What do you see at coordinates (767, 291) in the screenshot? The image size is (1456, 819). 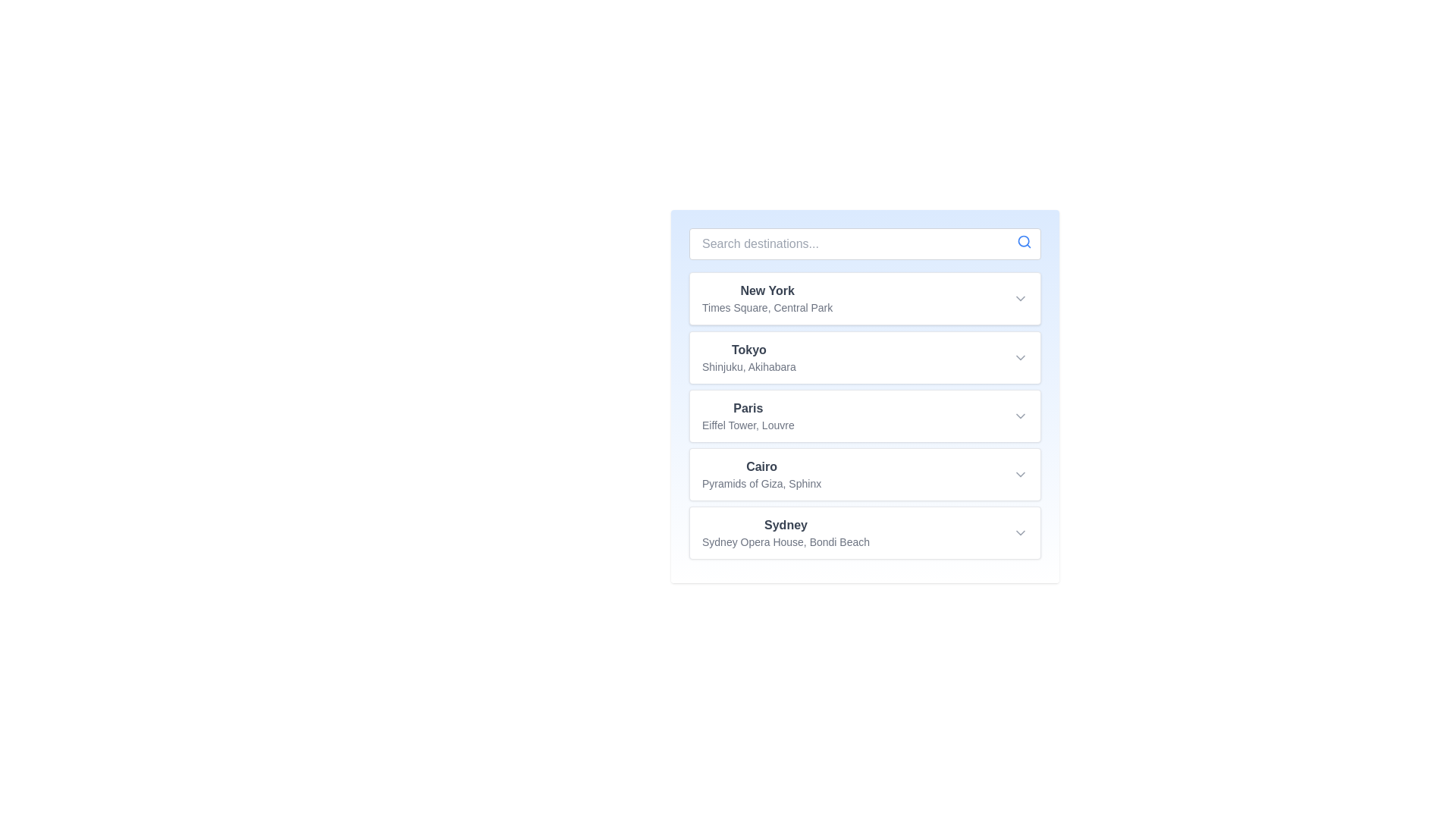 I see `the primary title Text Label for the first destination option in the vertical list, located just below the search box and above the secondary text 'Times Square, Central Park'` at bounding box center [767, 291].